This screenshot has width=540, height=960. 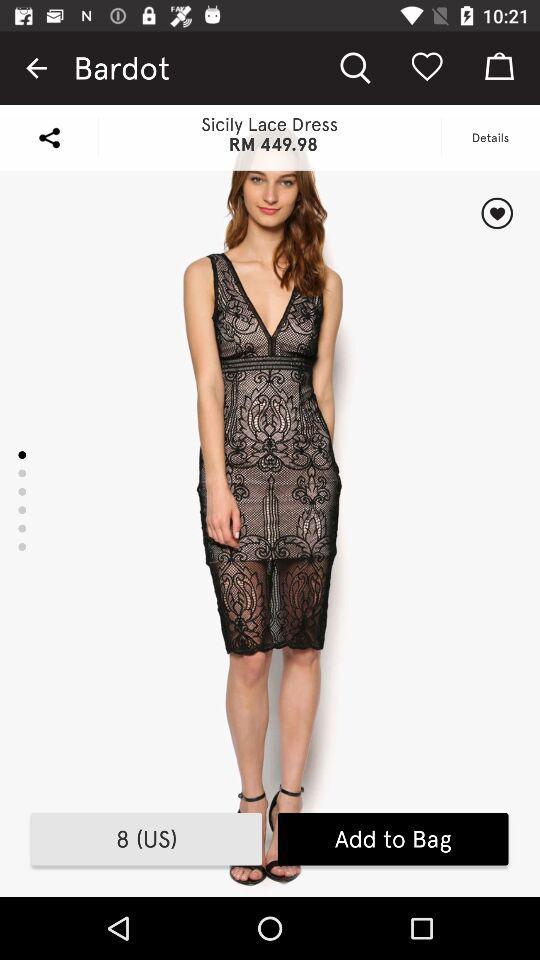 What do you see at coordinates (49, 136) in the screenshot?
I see `share` at bounding box center [49, 136].